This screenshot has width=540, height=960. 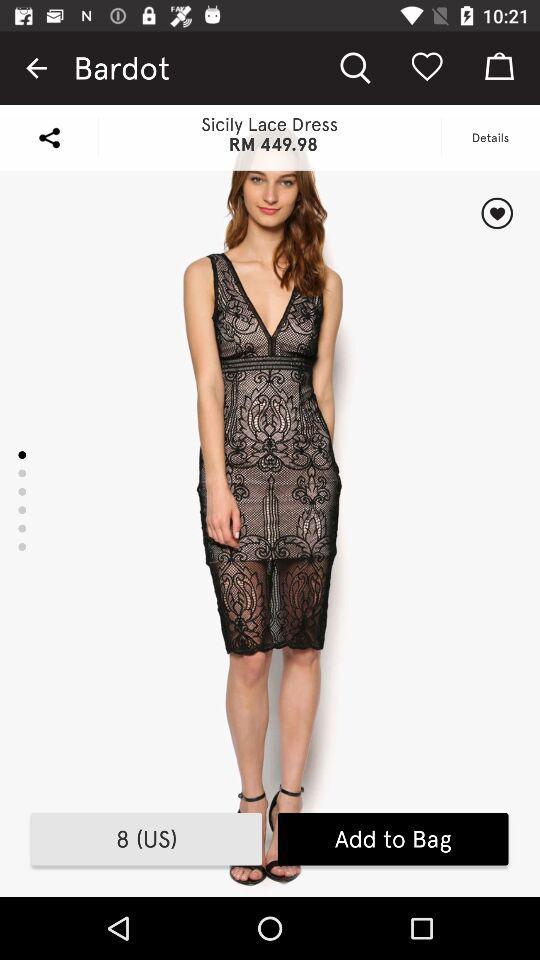 What do you see at coordinates (49, 136) in the screenshot?
I see `share` at bounding box center [49, 136].